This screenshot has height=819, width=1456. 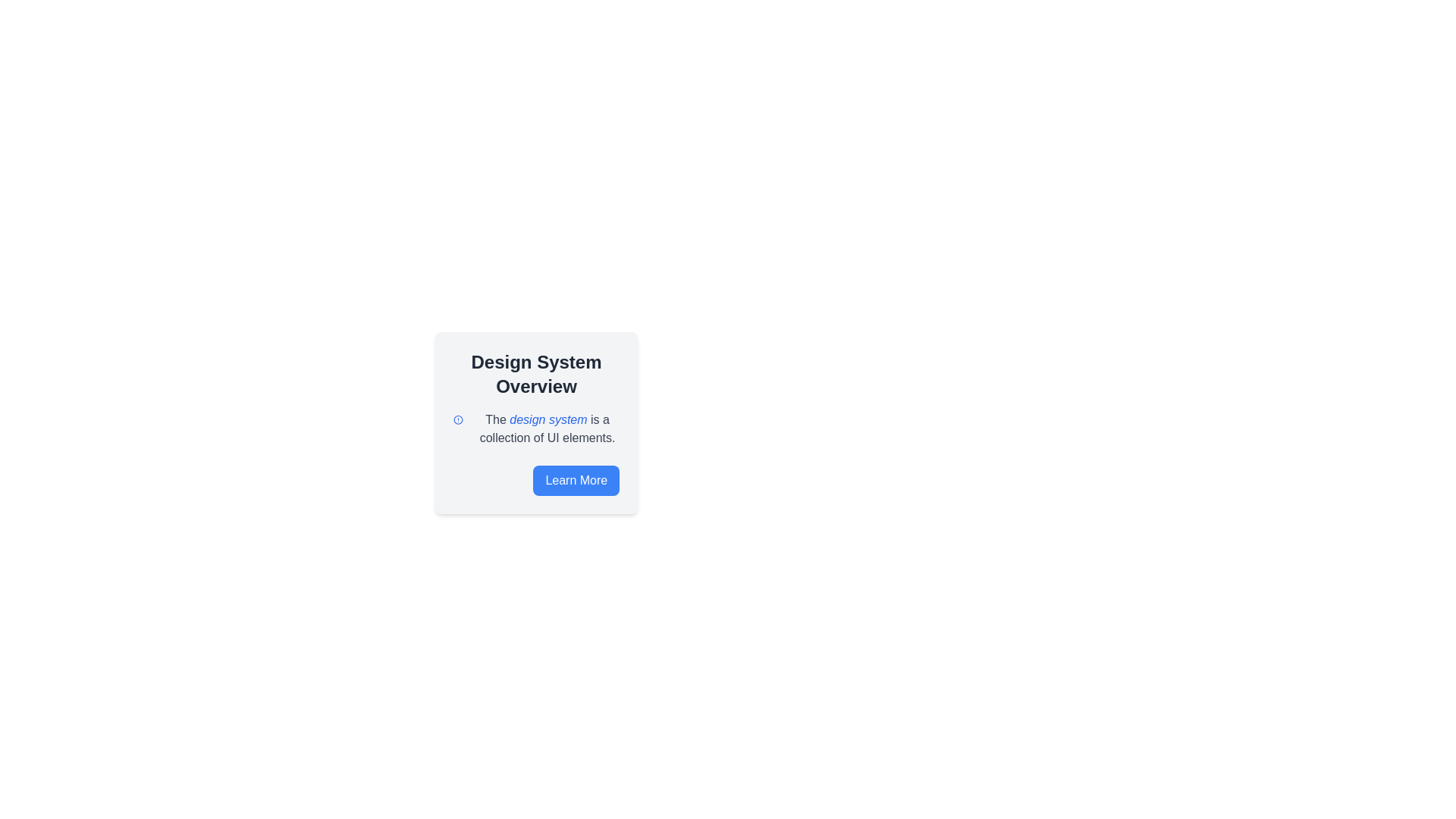 I want to click on the circular outline of the 'circle-alert' styled icon to interact with it, so click(x=457, y=420).